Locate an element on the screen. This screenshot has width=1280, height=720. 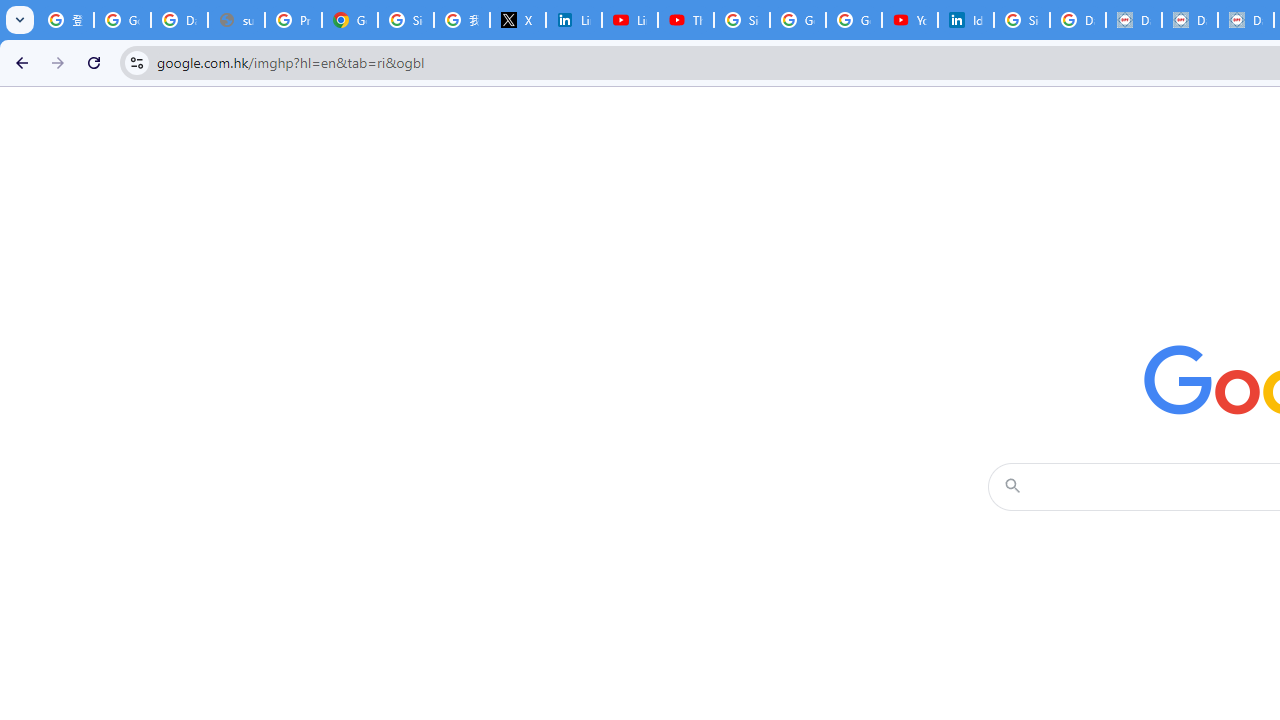
'Data Privacy Framework' is located at coordinates (1190, 20).